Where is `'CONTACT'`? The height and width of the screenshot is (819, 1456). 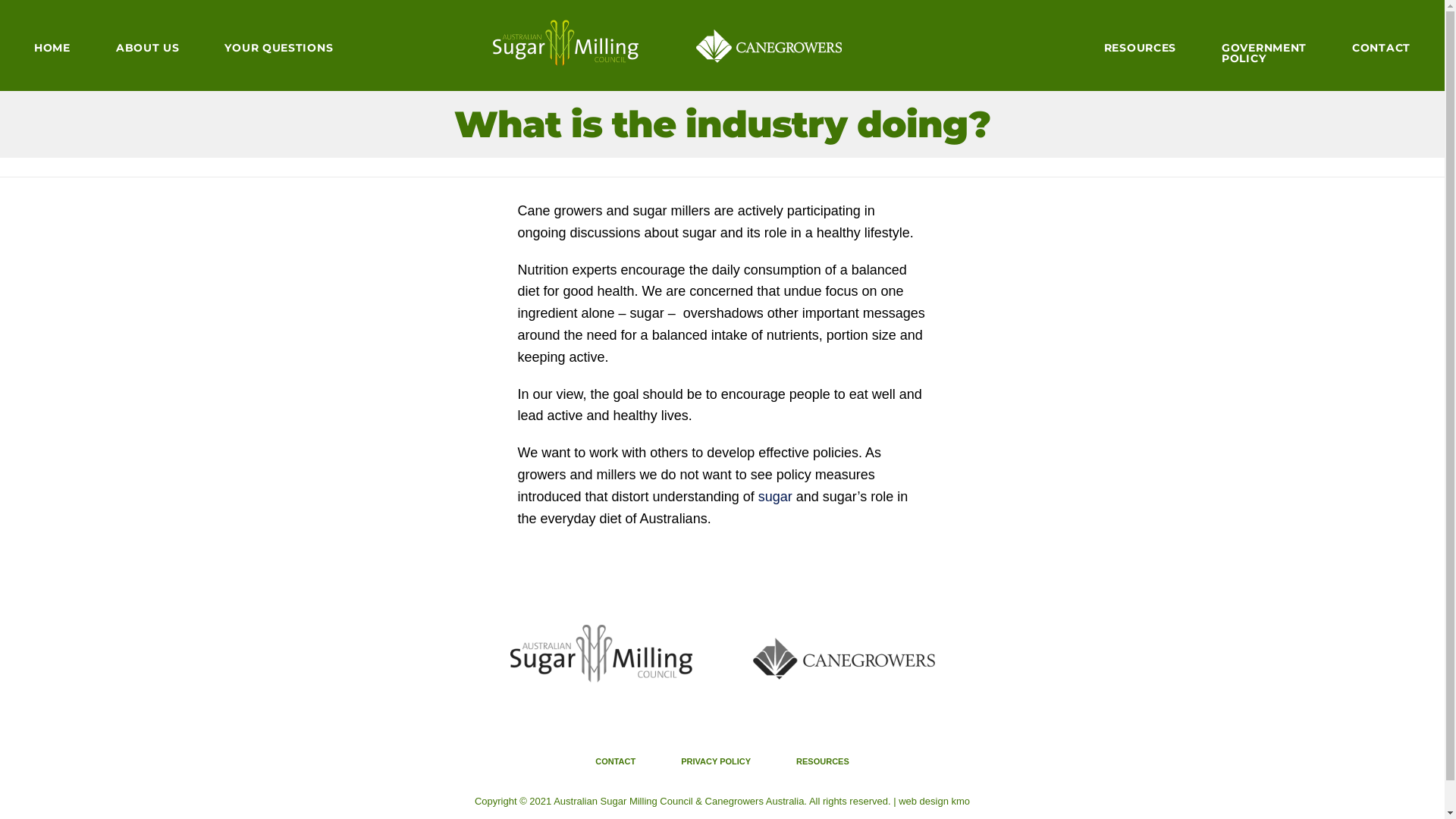 'CONTACT' is located at coordinates (1381, 45).